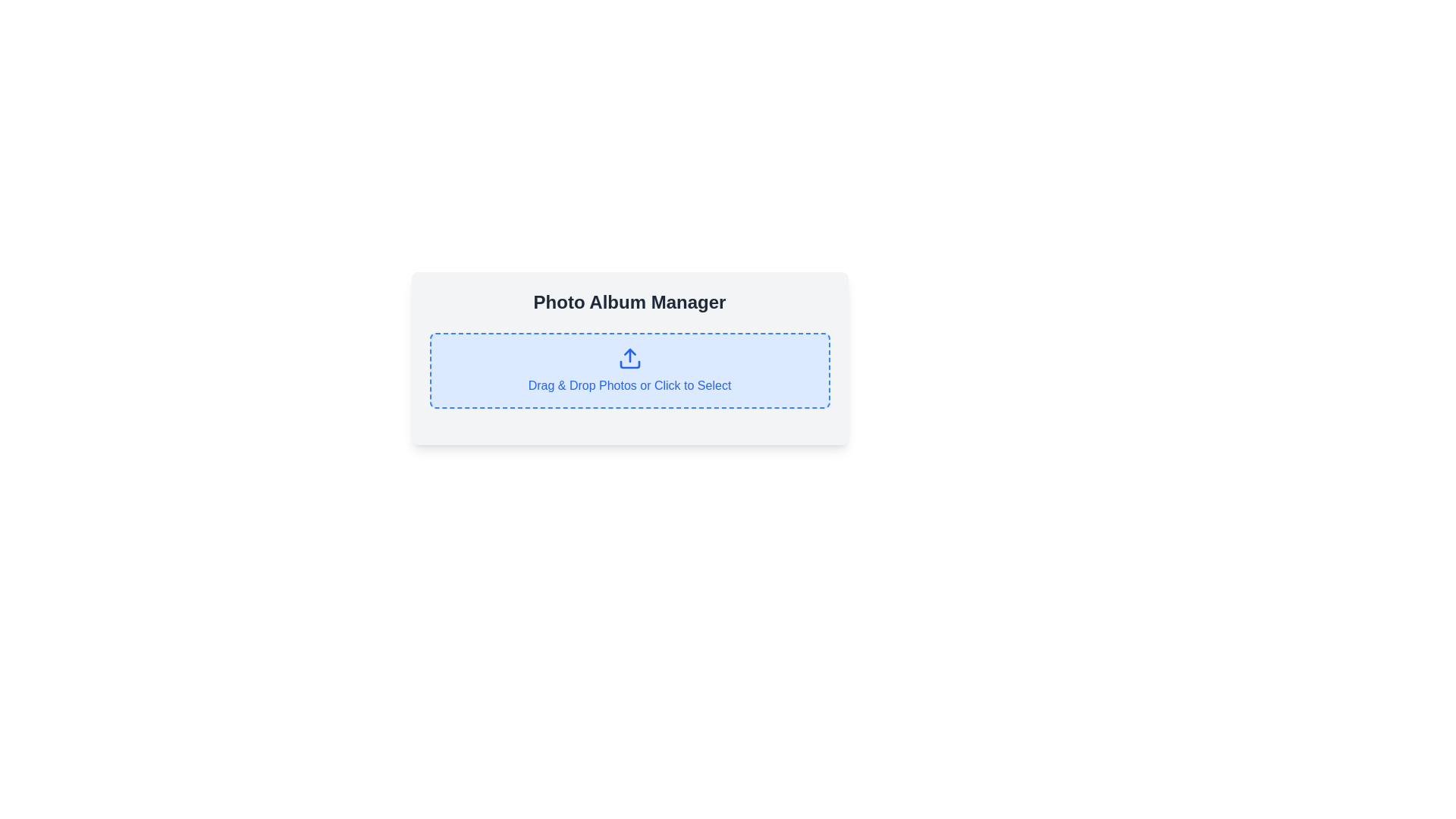 This screenshot has height=819, width=1456. Describe the element at coordinates (629, 385) in the screenshot. I see `the text element displaying 'Drag & Drop Photos or Click to Select' which is located under the upload icon in the Photo Album Manager section` at that location.